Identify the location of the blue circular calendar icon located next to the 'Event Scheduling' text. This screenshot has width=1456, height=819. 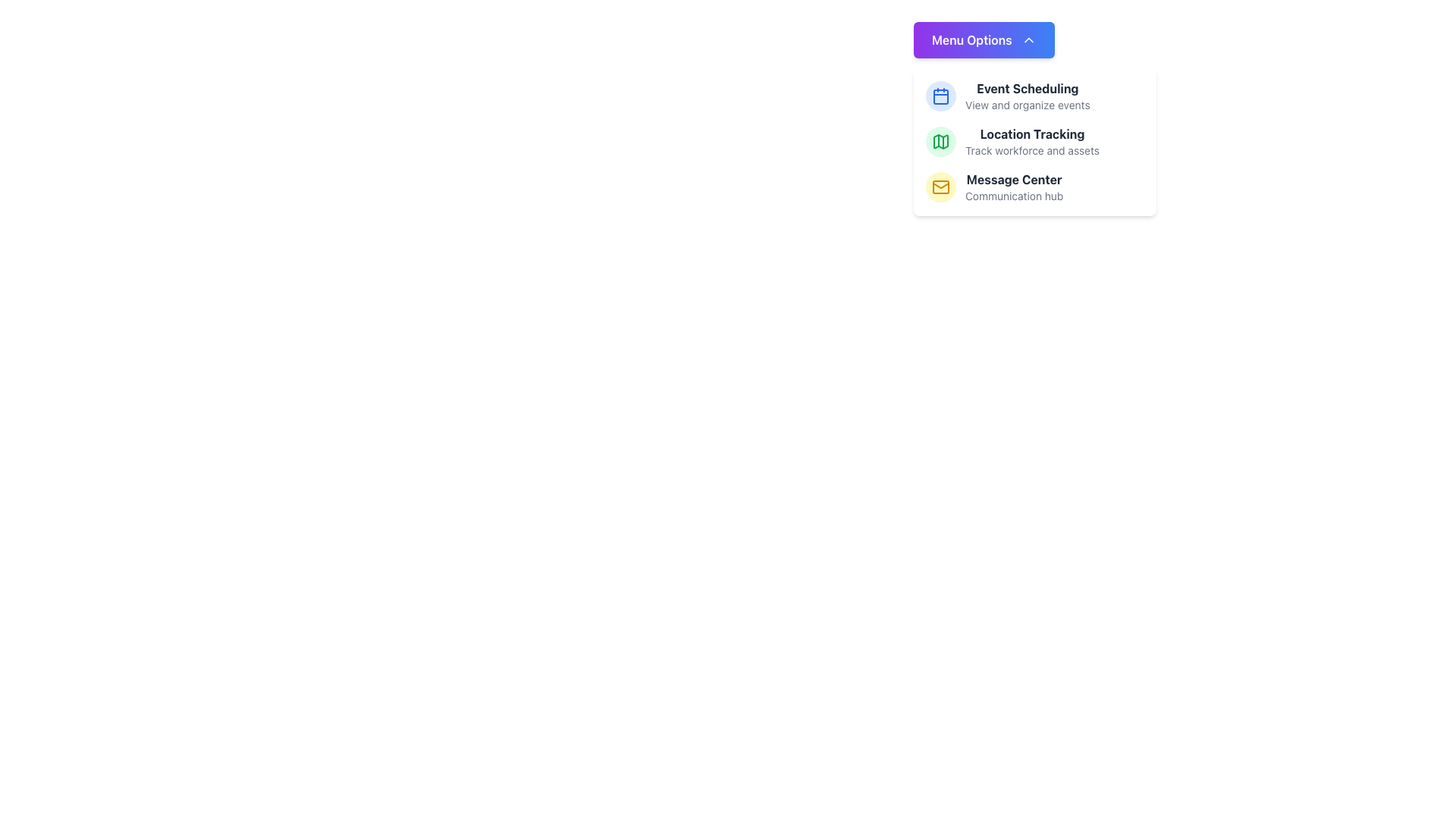
(940, 96).